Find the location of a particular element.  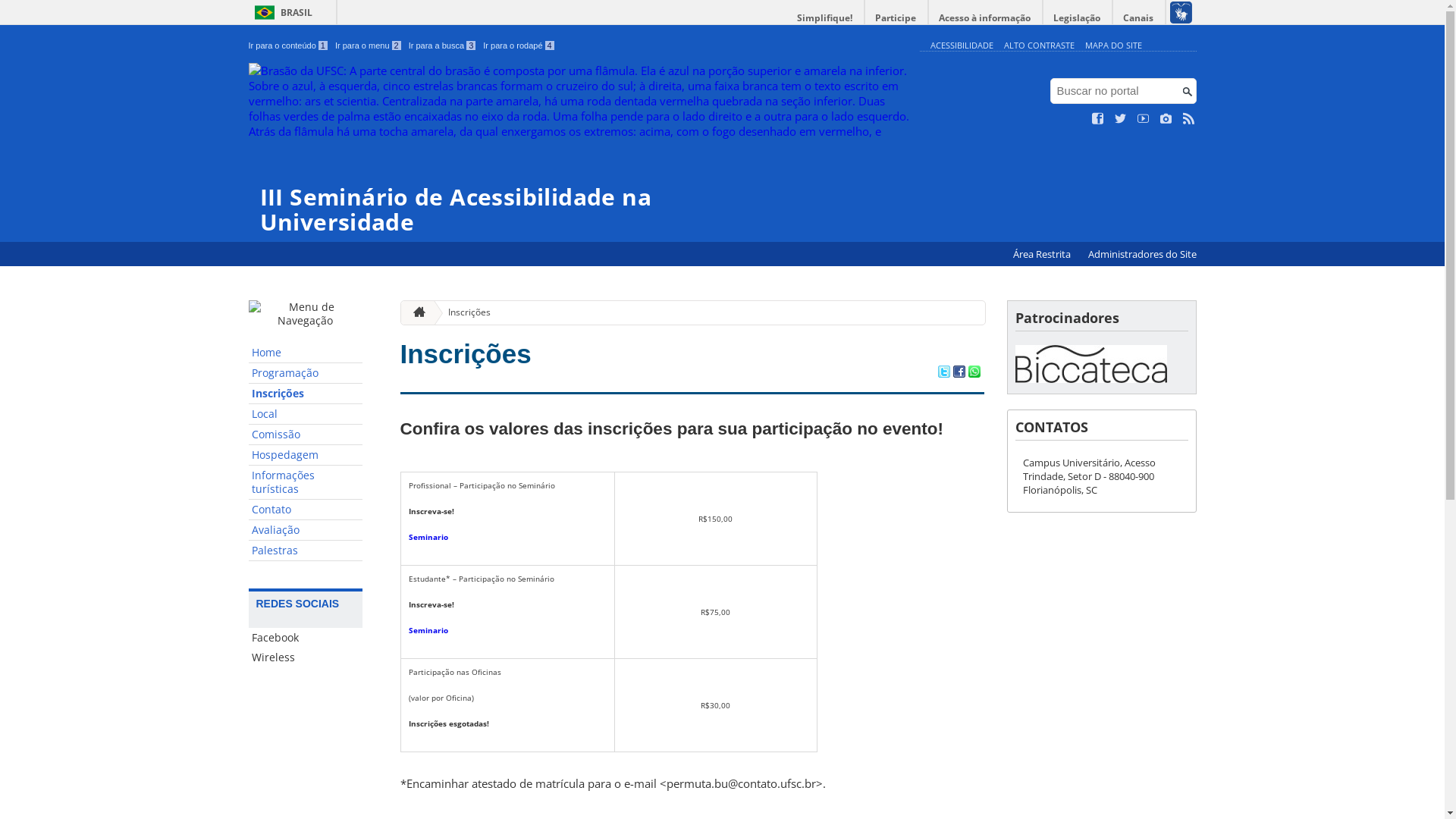

'Administradores do Site' is located at coordinates (1141, 253).